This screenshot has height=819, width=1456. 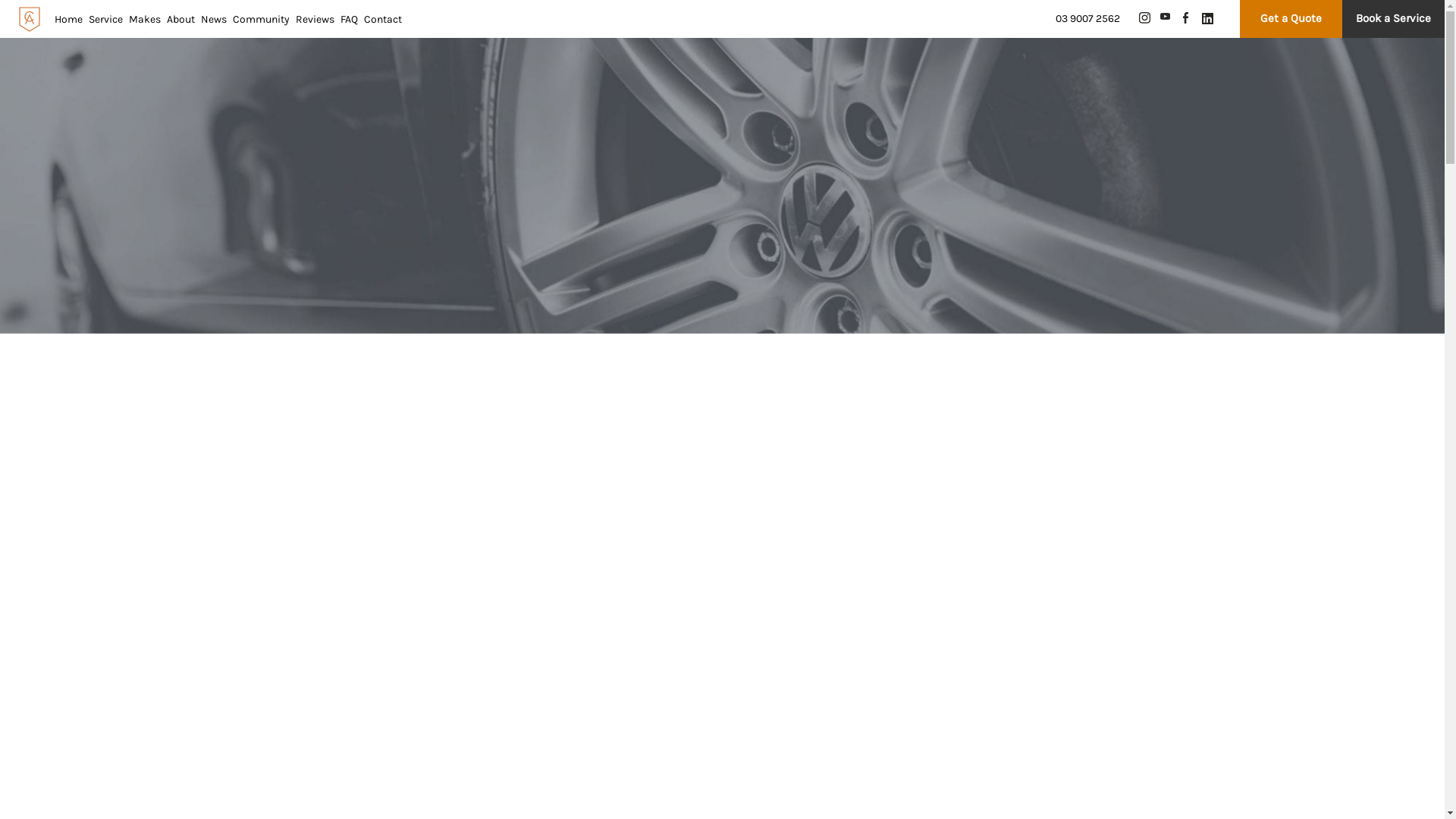 What do you see at coordinates (213, 19) in the screenshot?
I see `'News'` at bounding box center [213, 19].